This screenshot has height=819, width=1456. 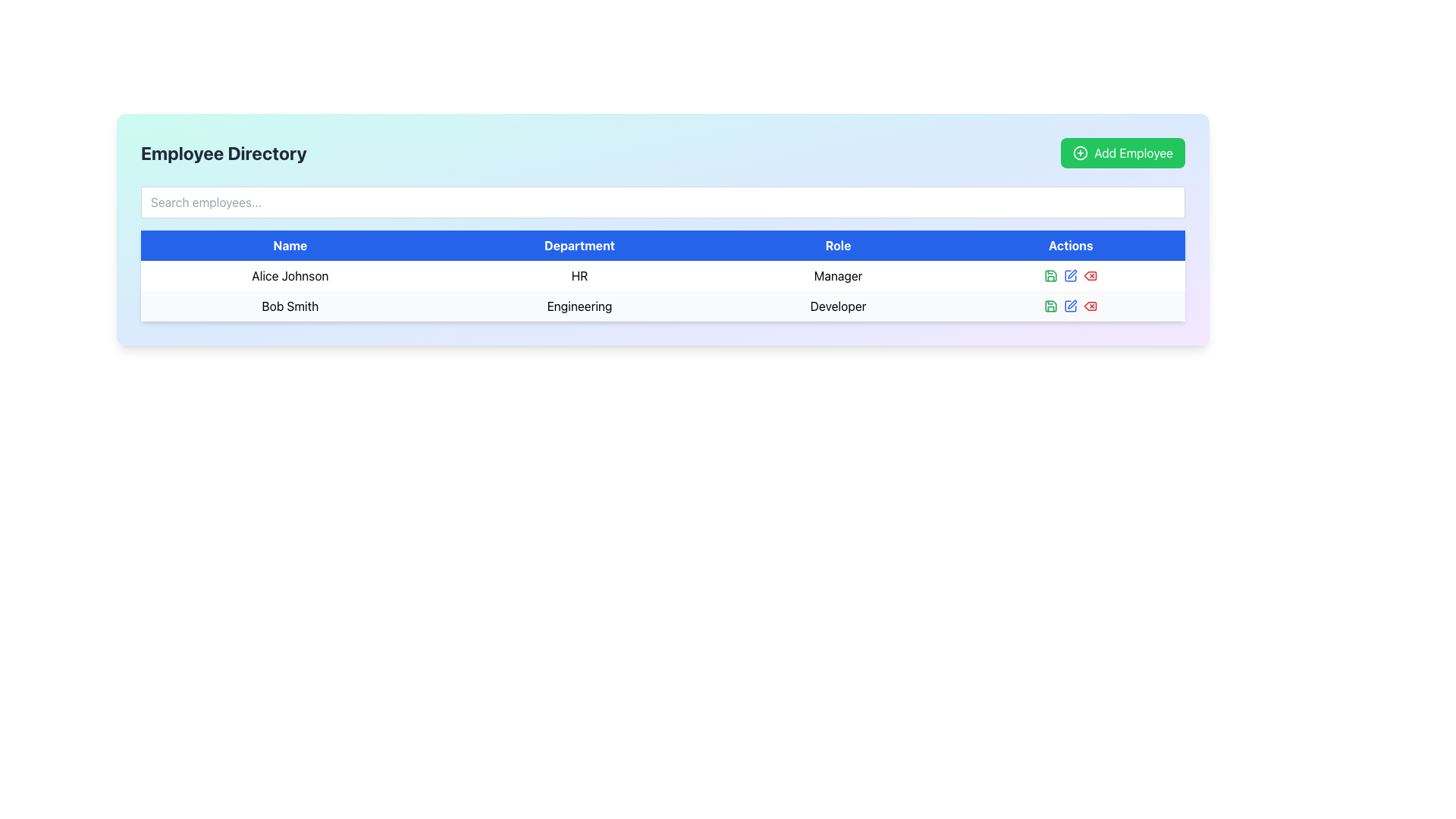 I want to click on the text label displaying 'HR' that is located in the 'Department' column corresponding to 'Alice Johnson', so click(x=579, y=275).